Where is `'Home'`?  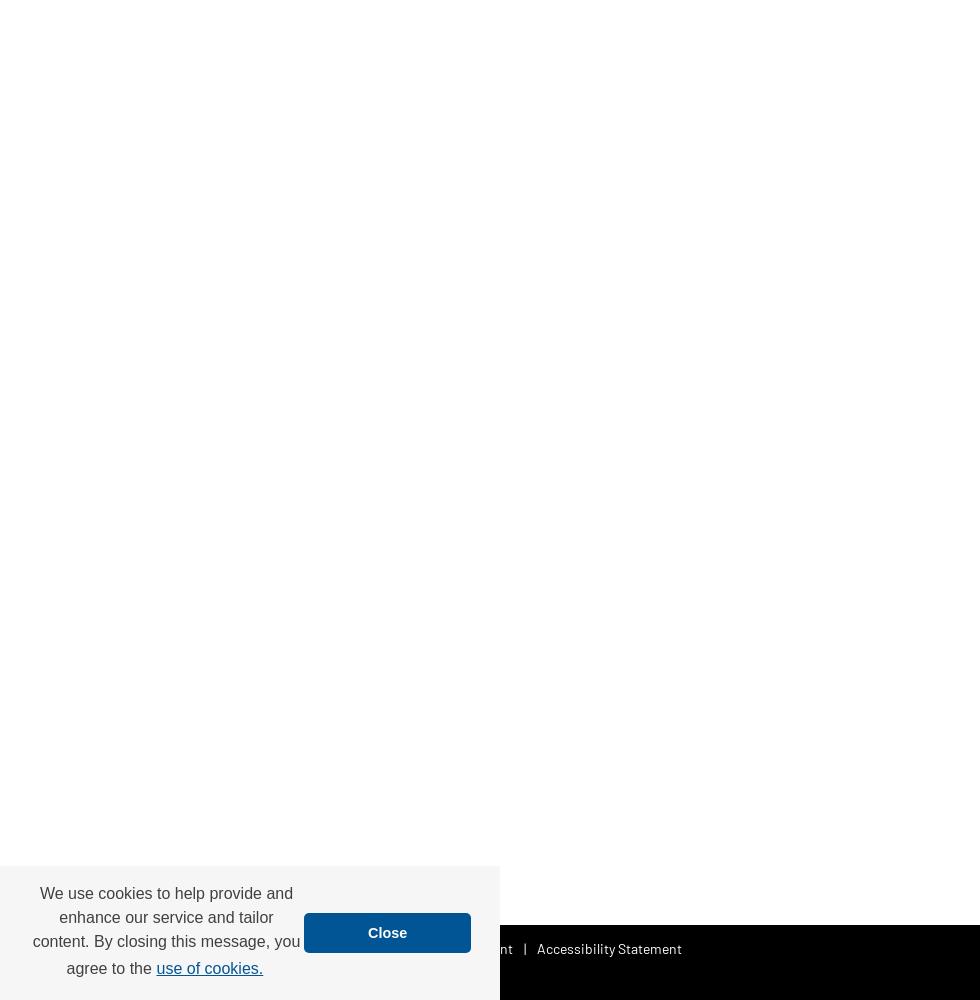 'Home' is located at coordinates (289, 946).